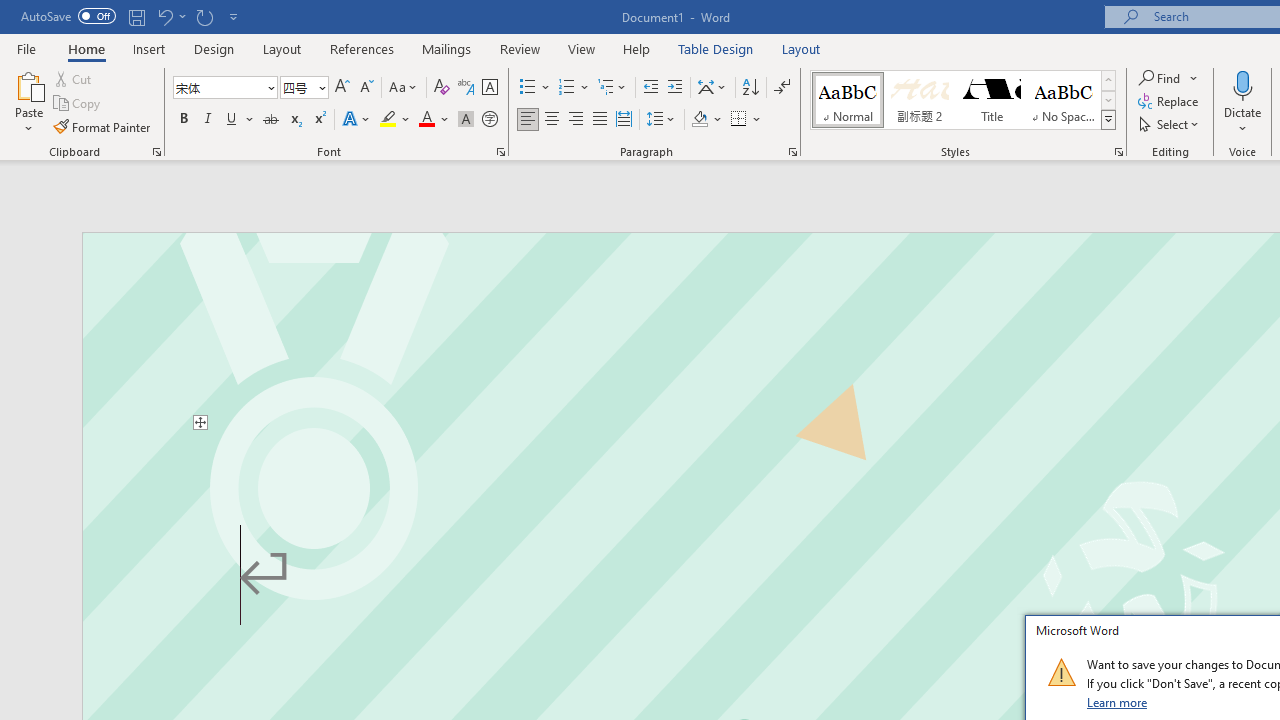  I want to click on 'AutomationID: QuickStylesGallery', so click(963, 100).